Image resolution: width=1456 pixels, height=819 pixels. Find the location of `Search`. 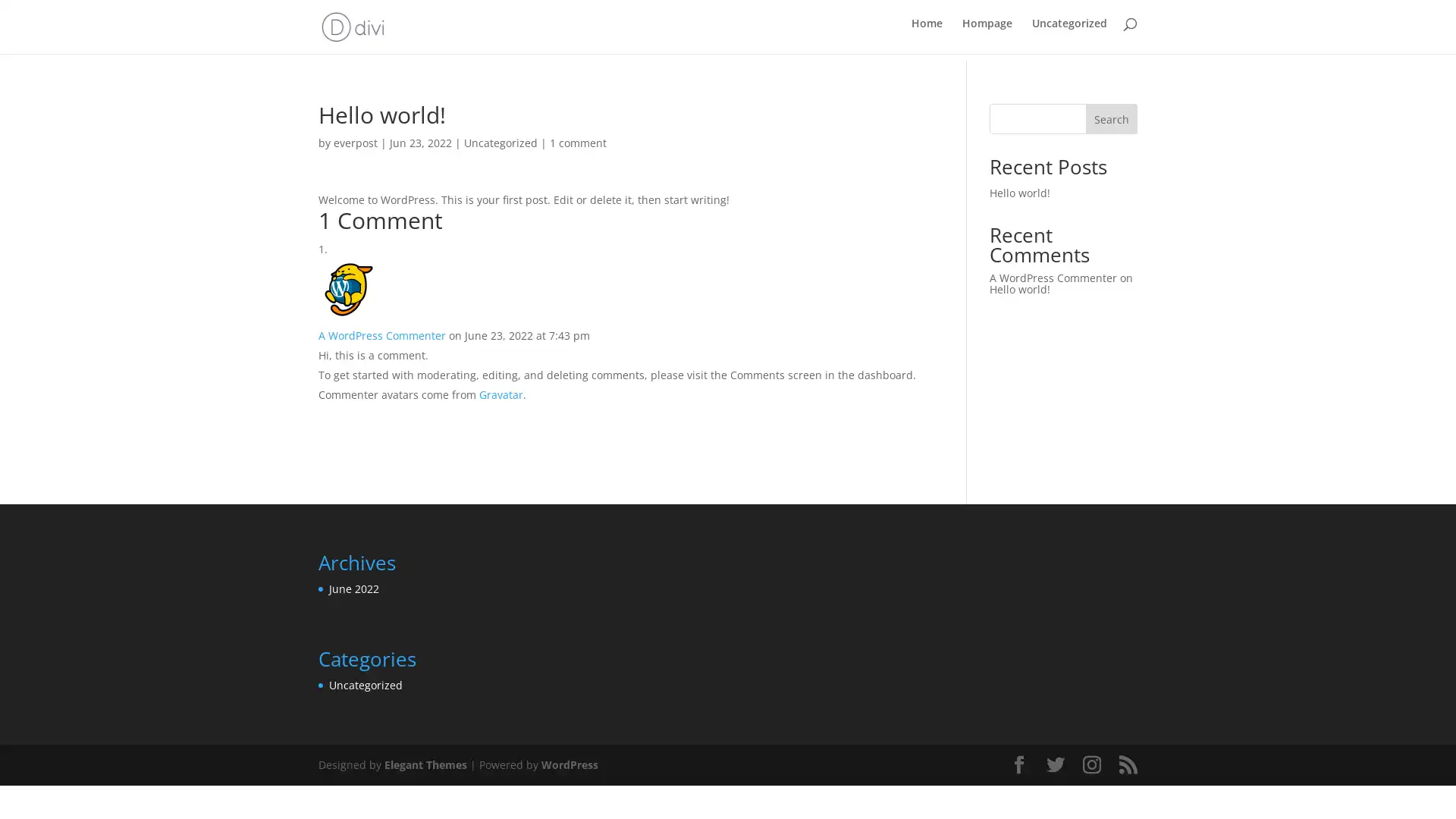

Search is located at coordinates (1111, 114).